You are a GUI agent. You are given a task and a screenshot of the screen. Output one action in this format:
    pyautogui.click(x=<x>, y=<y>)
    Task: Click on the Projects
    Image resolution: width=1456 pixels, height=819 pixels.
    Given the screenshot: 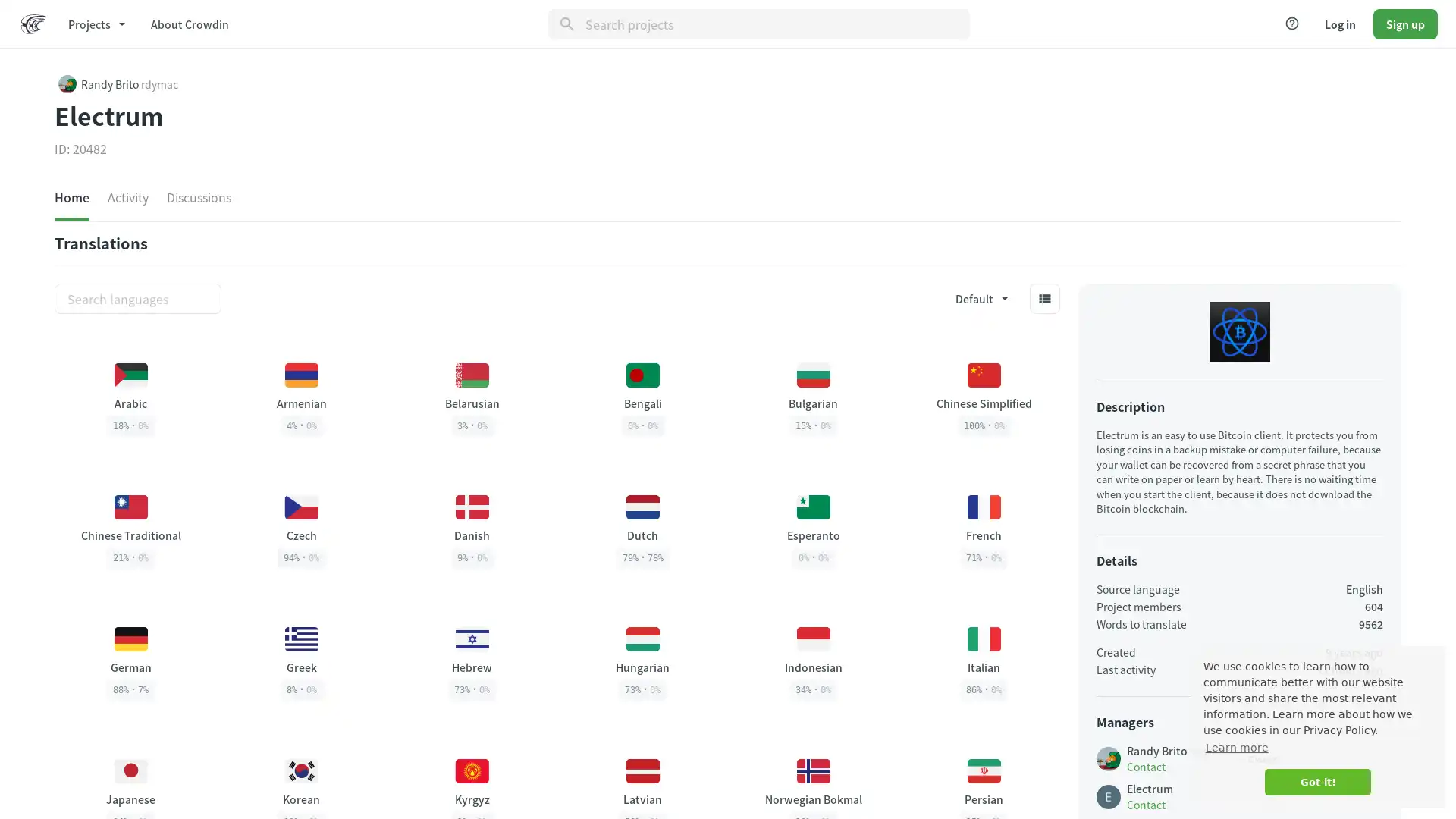 What is the action you would take?
    pyautogui.click(x=95, y=23)
    